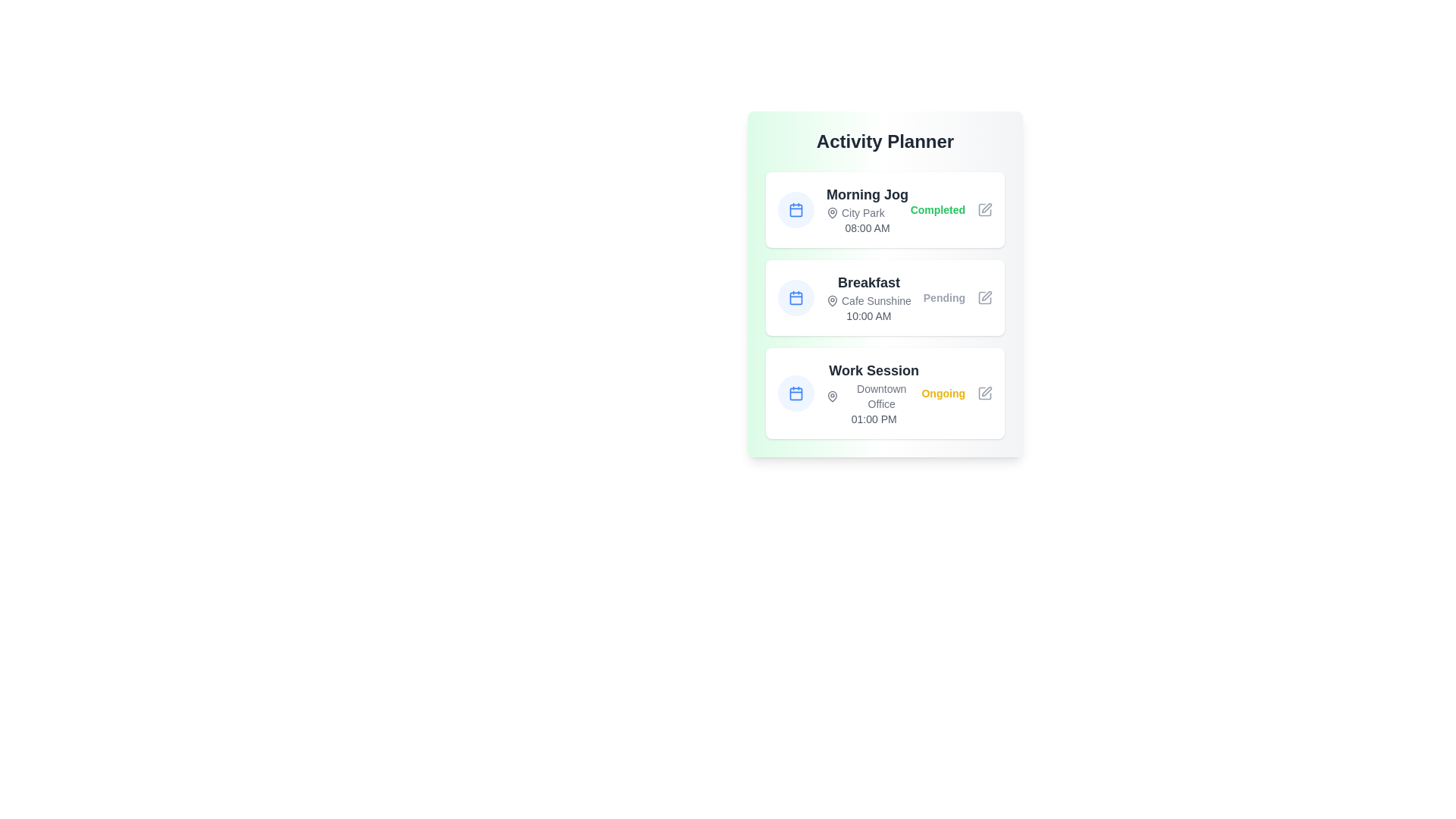  I want to click on the calendar icon with a blue outline and white background, located adjacent to the 'Morning Jog' text, so click(795, 210).